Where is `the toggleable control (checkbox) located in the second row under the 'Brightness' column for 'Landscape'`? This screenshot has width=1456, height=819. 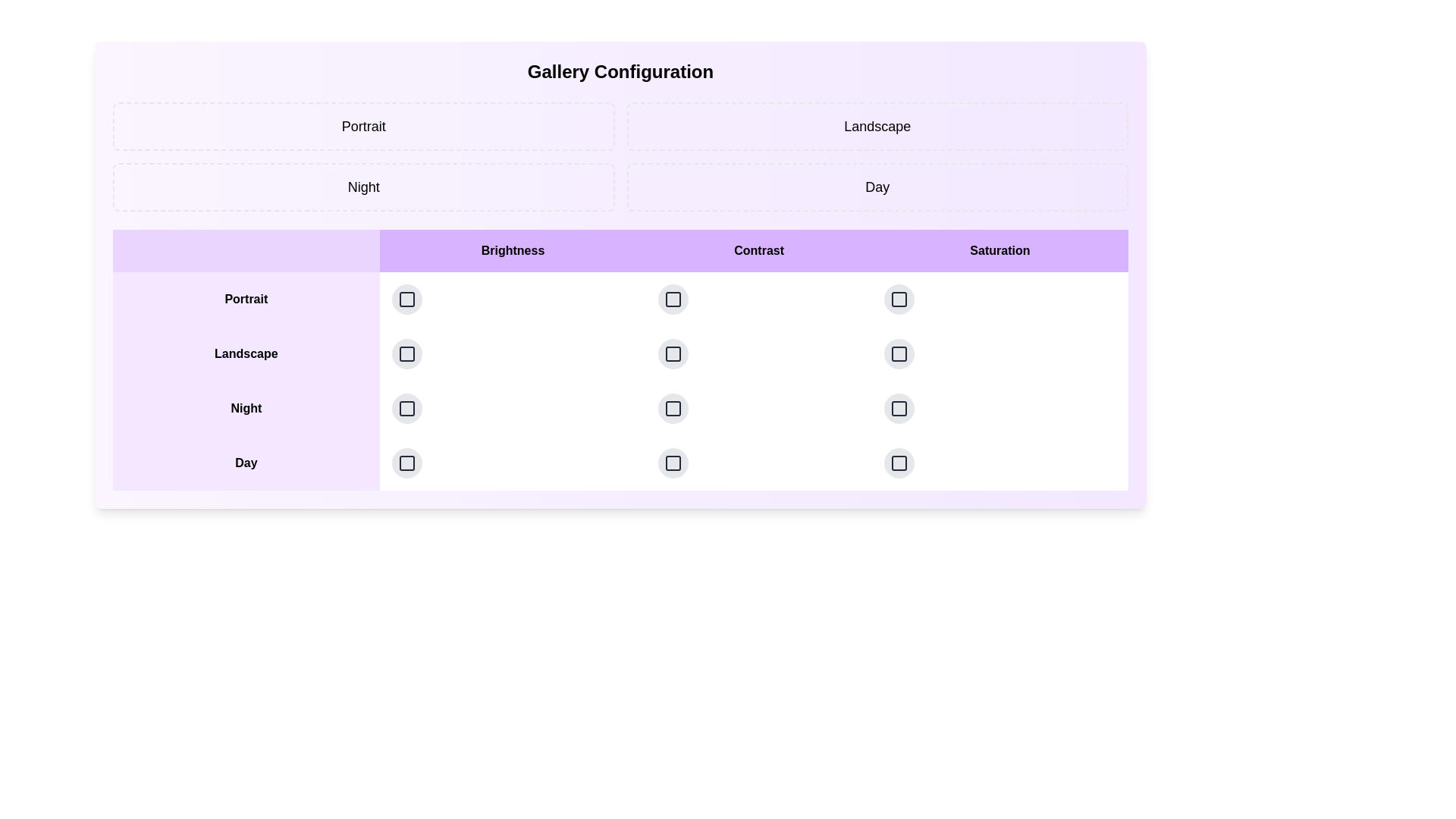
the toggleable control (checkbox) located in the second row under the 'Brightness' column for 'Landscape' is located at coordinates (406, 353).